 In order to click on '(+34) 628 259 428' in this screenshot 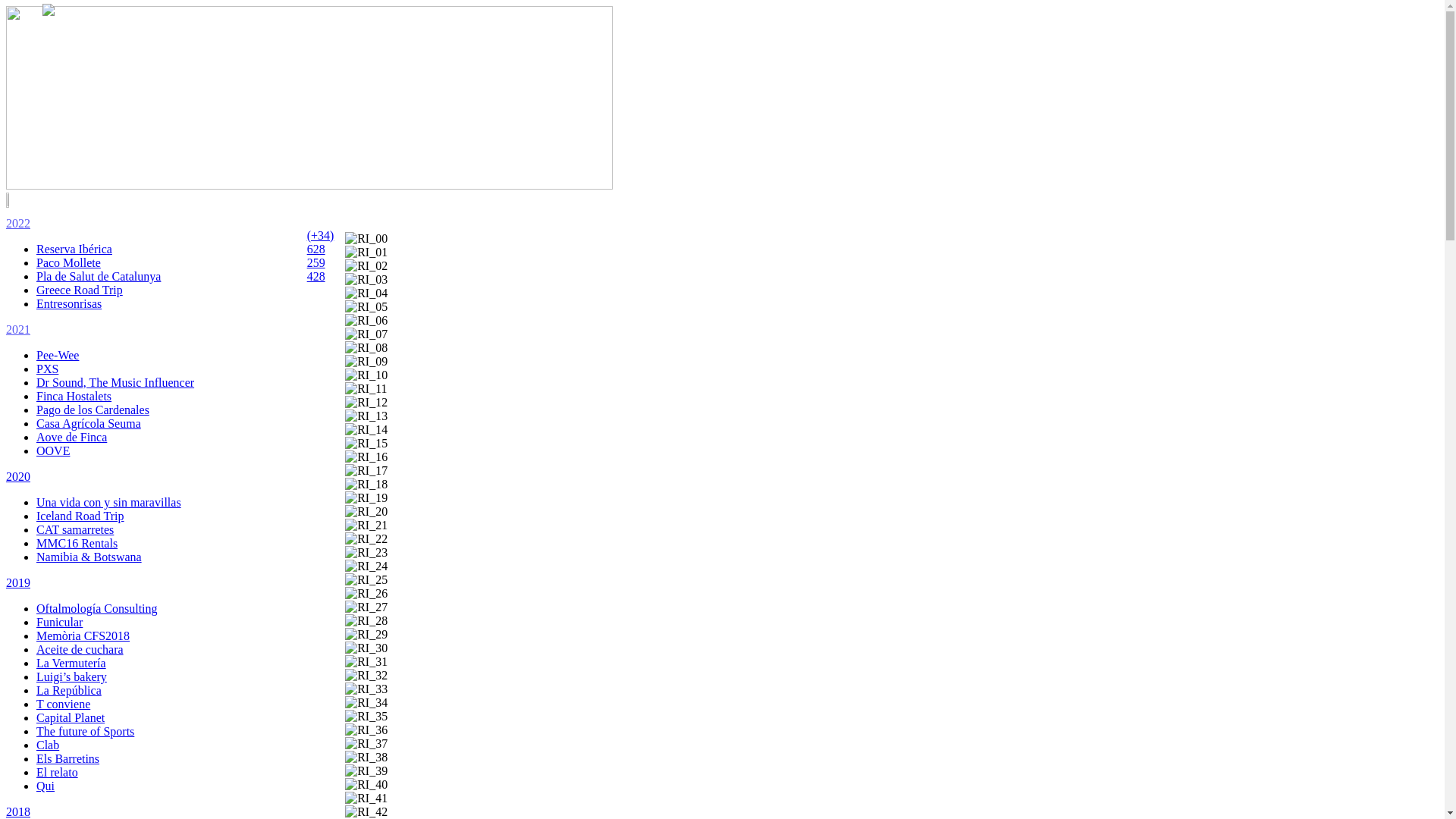, I will do `click(319, 255)`.